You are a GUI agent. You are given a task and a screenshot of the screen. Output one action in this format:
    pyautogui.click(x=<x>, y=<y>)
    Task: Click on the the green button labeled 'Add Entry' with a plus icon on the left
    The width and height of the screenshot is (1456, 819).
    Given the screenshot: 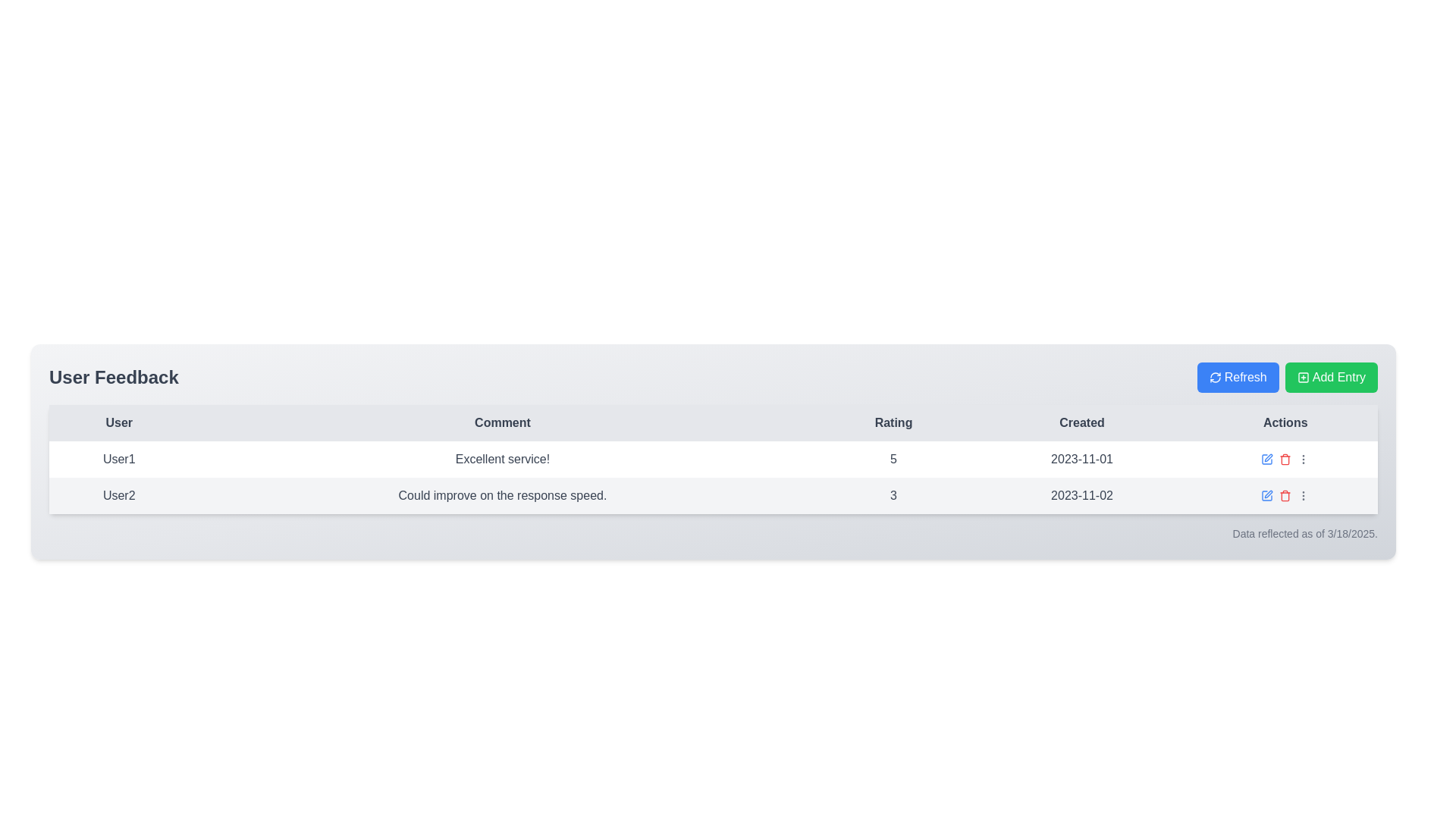 What is the action you would take?
    pyautogui.click(x=1330, y=376)
    